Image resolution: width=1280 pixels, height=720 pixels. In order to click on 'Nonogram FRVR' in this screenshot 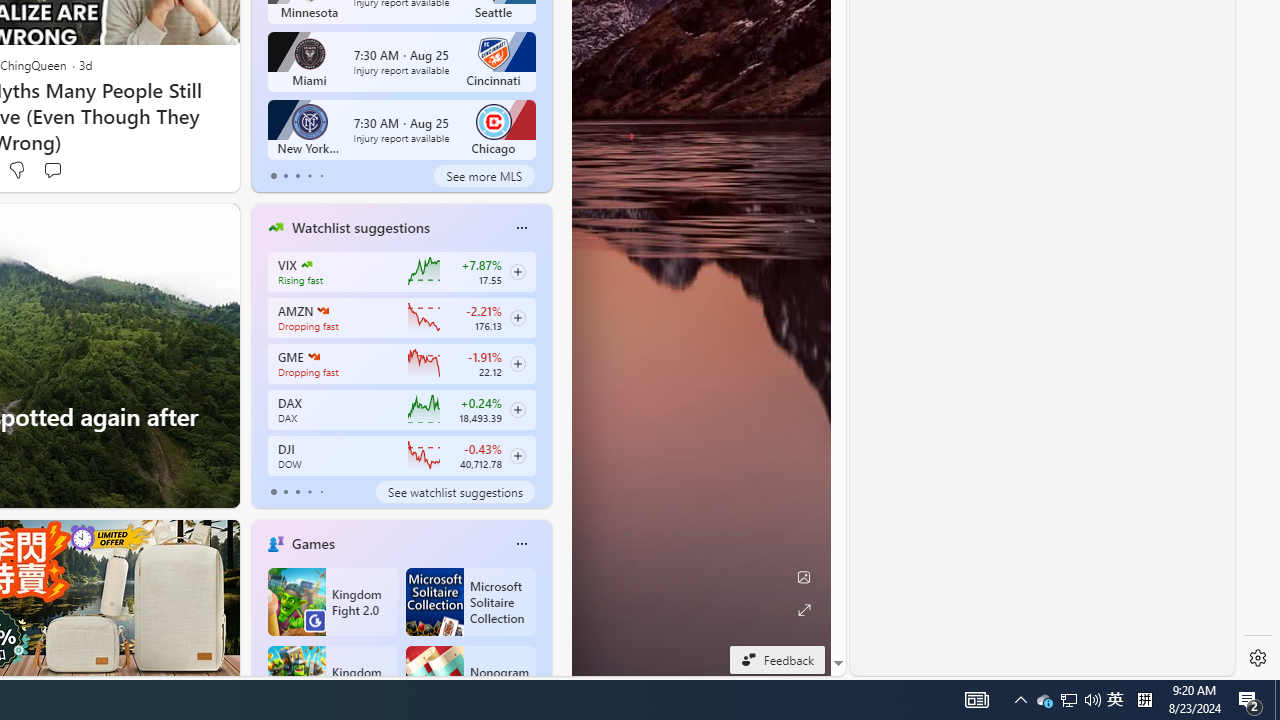, I will do `click(432, 679)`.